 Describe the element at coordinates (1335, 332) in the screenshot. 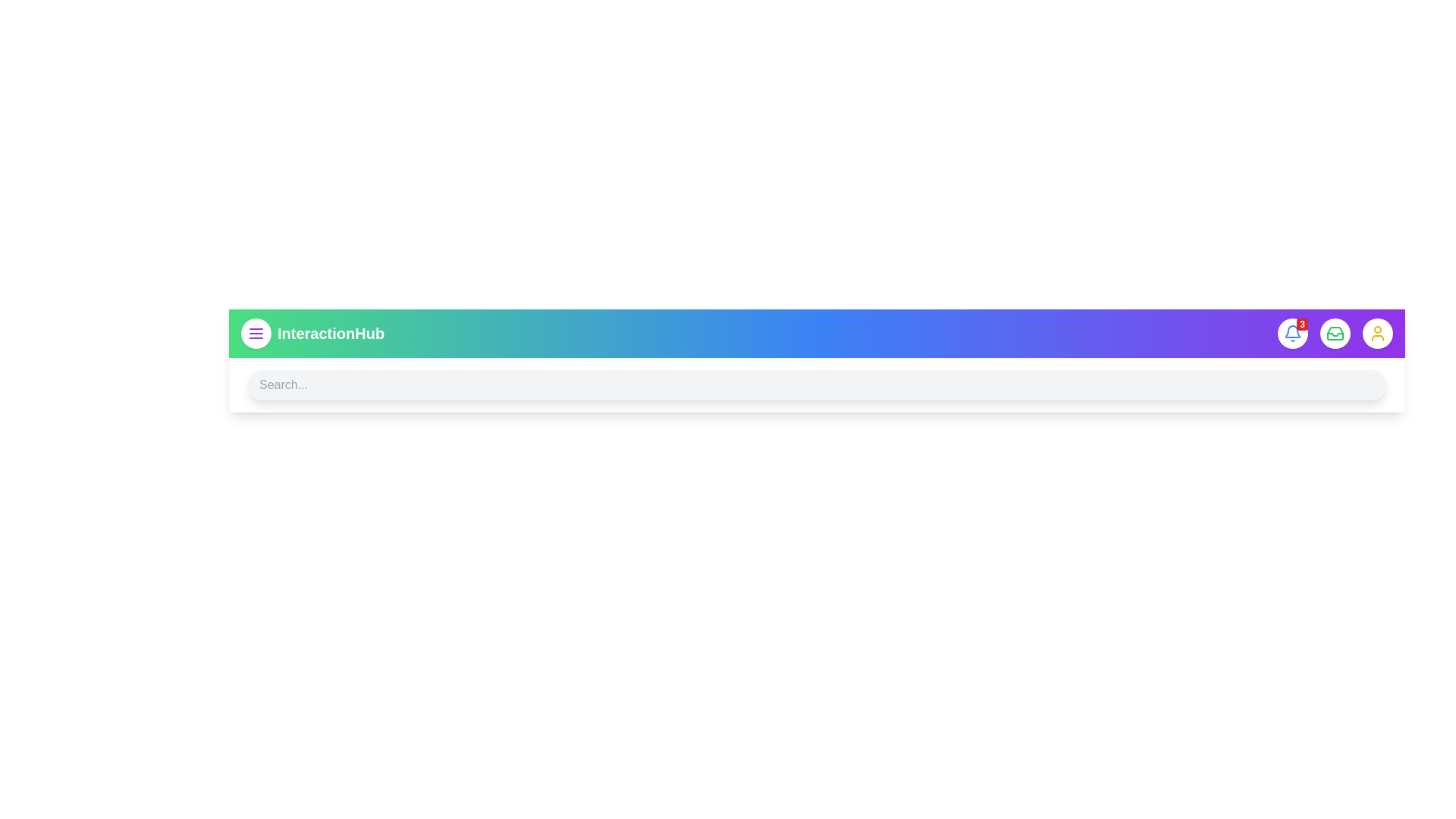

I see `the inbox icon to view messages` at that location.